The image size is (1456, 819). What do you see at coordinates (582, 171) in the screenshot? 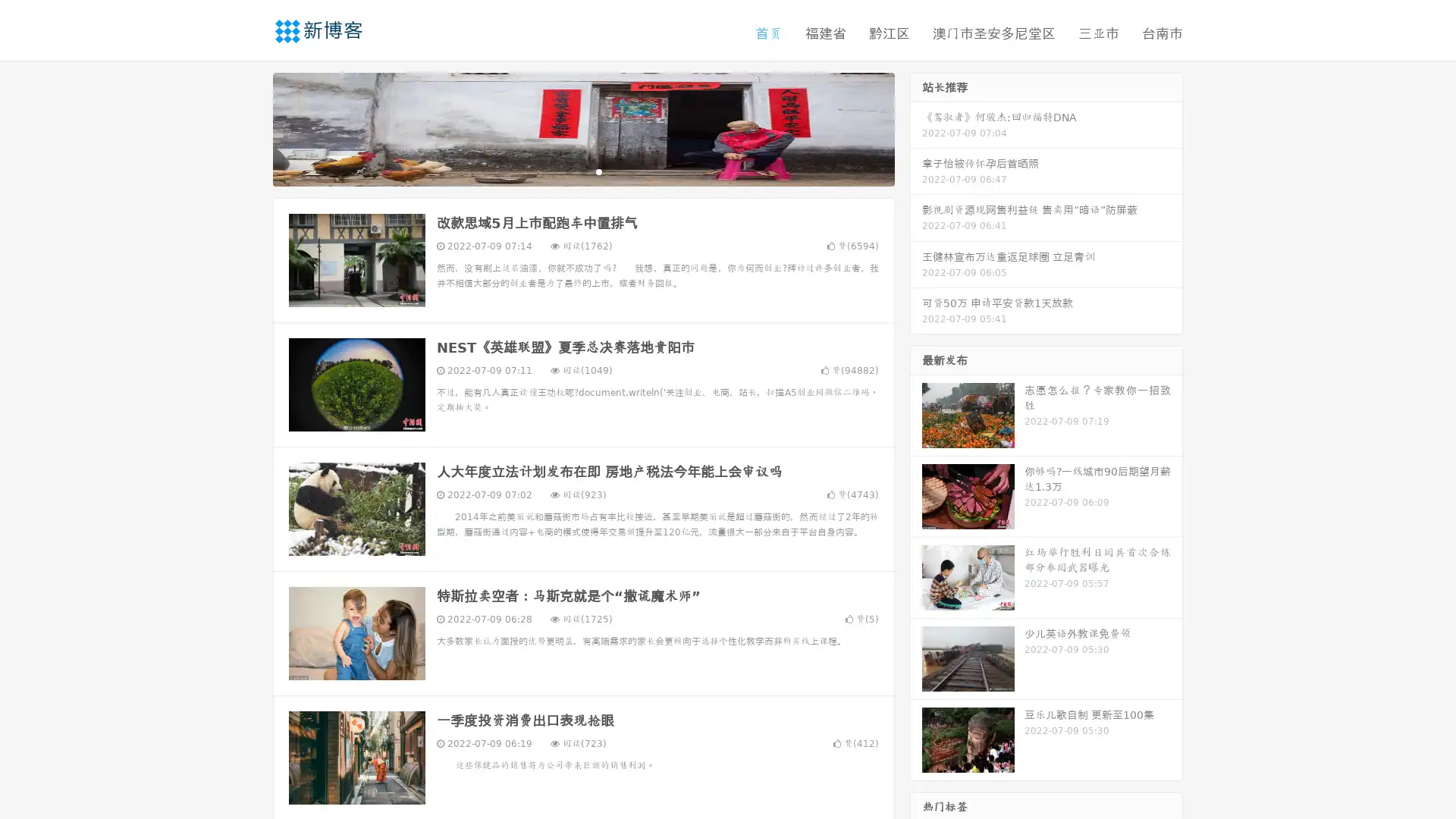
I see `Go to slide 2` at bounding box center [582, 171].